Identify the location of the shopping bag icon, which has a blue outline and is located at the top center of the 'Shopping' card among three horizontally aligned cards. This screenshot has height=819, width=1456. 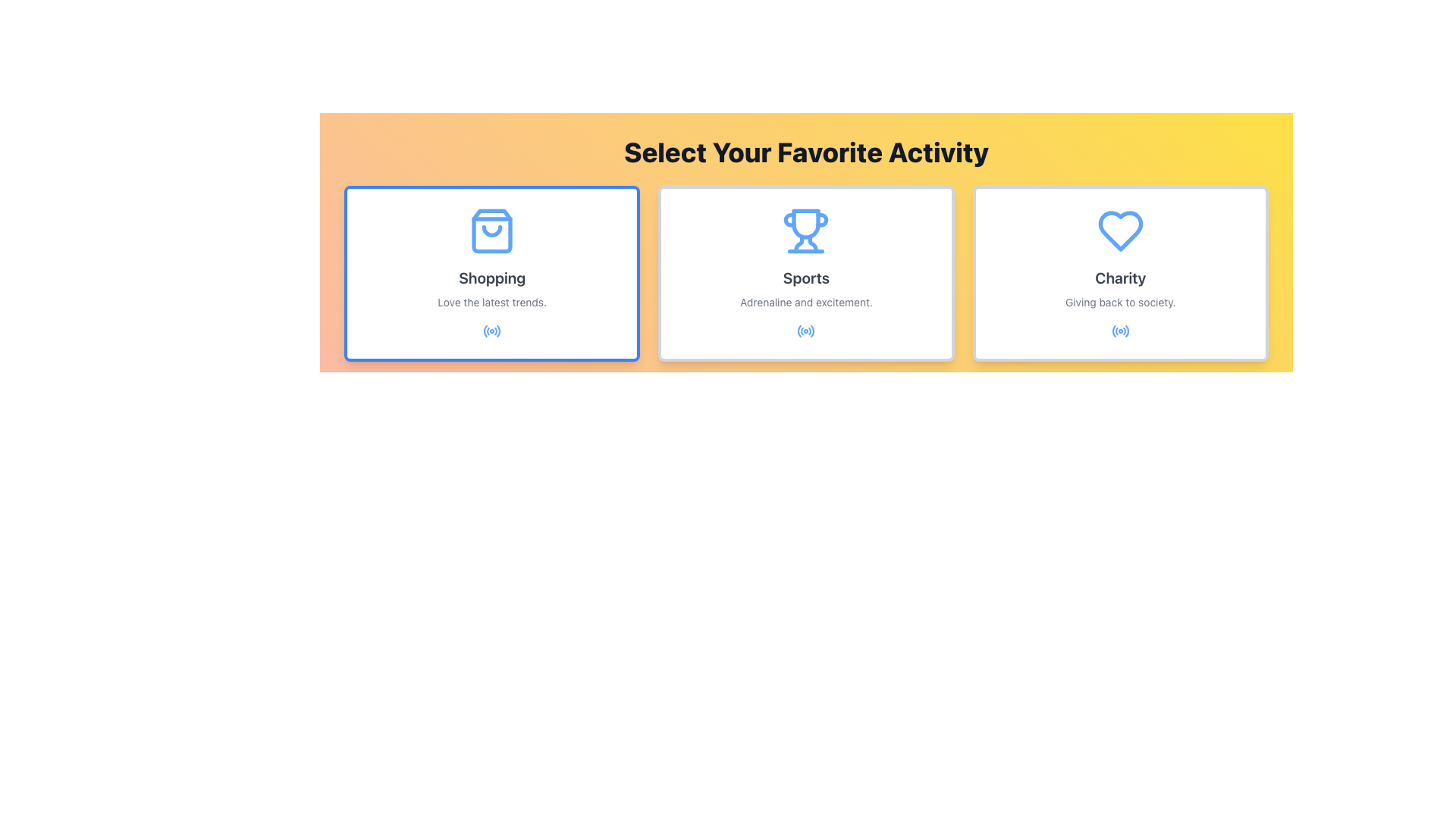
(492, 231).